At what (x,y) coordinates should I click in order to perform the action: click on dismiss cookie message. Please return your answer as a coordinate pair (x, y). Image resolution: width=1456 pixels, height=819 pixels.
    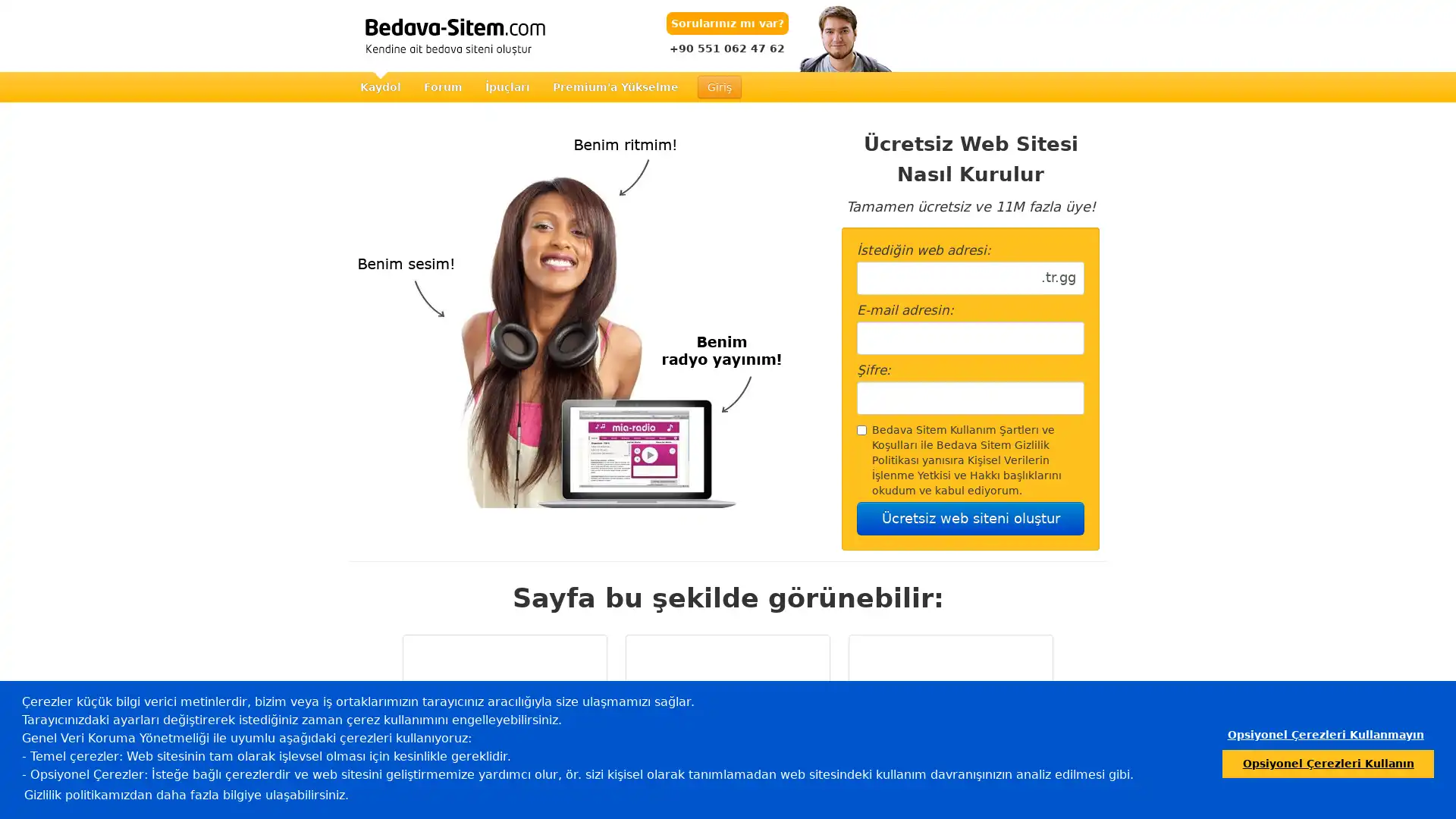
    Looking at the image, I should click on (1324, 734).